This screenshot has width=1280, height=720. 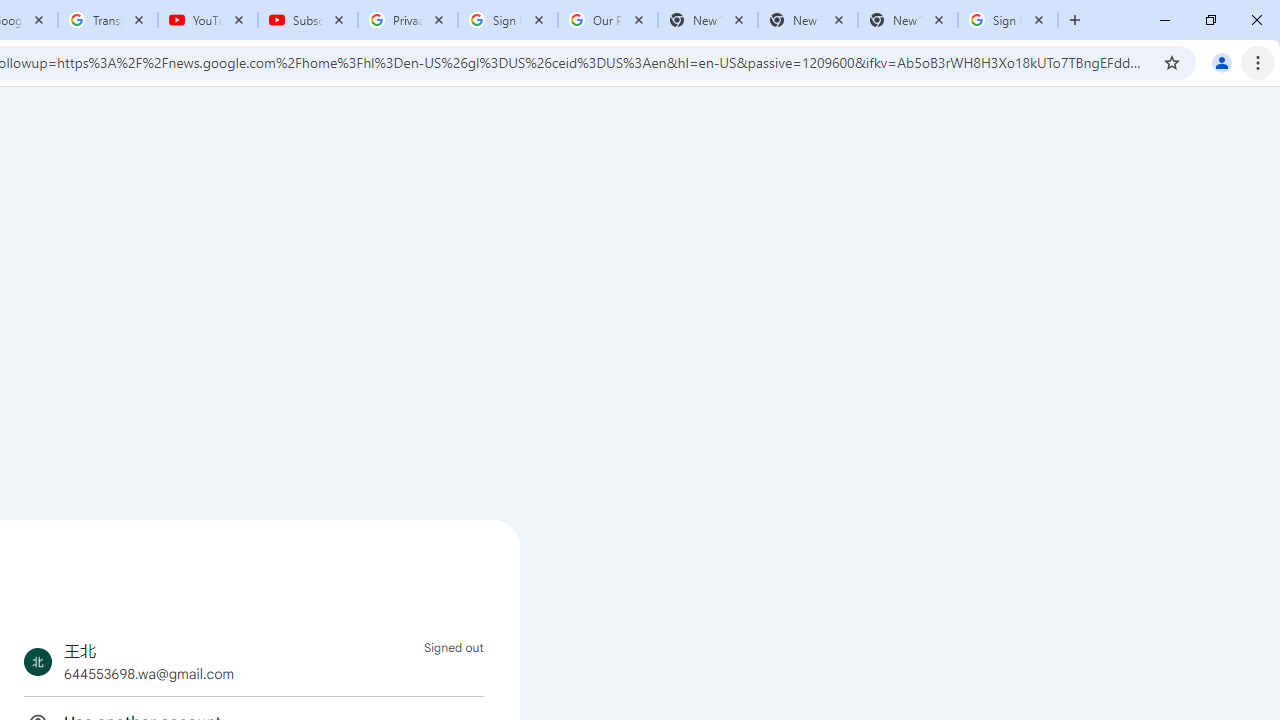 What do you see at coordinates (1008, 20) in the screenshot?
I see `'Sign in - Google Accounts'` at bounding box center [1008, 20].